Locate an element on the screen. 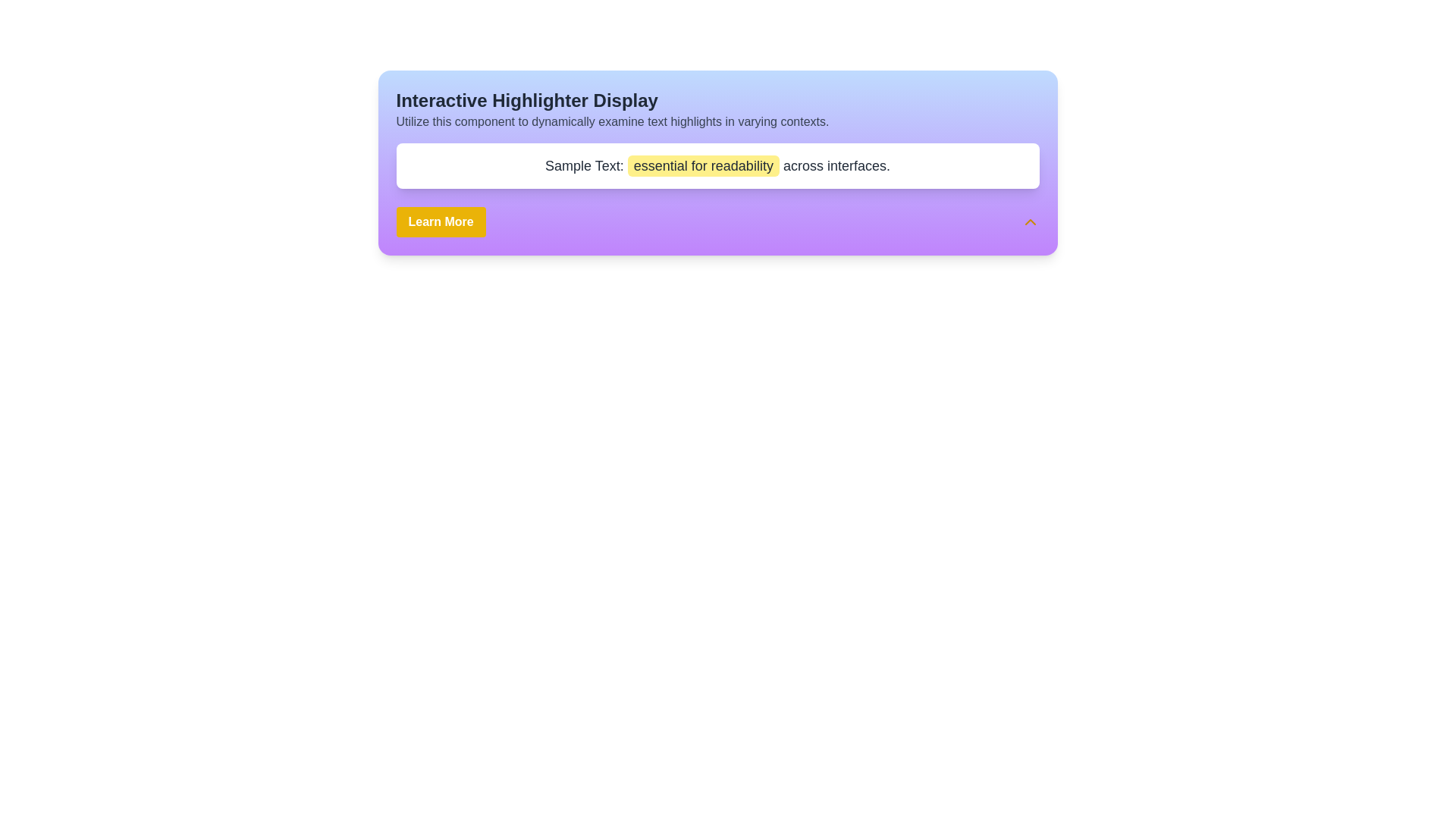 The image size is (1456, 819). the text element that reads 'Utilize this component to dynamically examine text highlights in varying contexts', located within a blue header area, below the title 'Interactive Highlighter Display' is located at coordinates (717, 121).